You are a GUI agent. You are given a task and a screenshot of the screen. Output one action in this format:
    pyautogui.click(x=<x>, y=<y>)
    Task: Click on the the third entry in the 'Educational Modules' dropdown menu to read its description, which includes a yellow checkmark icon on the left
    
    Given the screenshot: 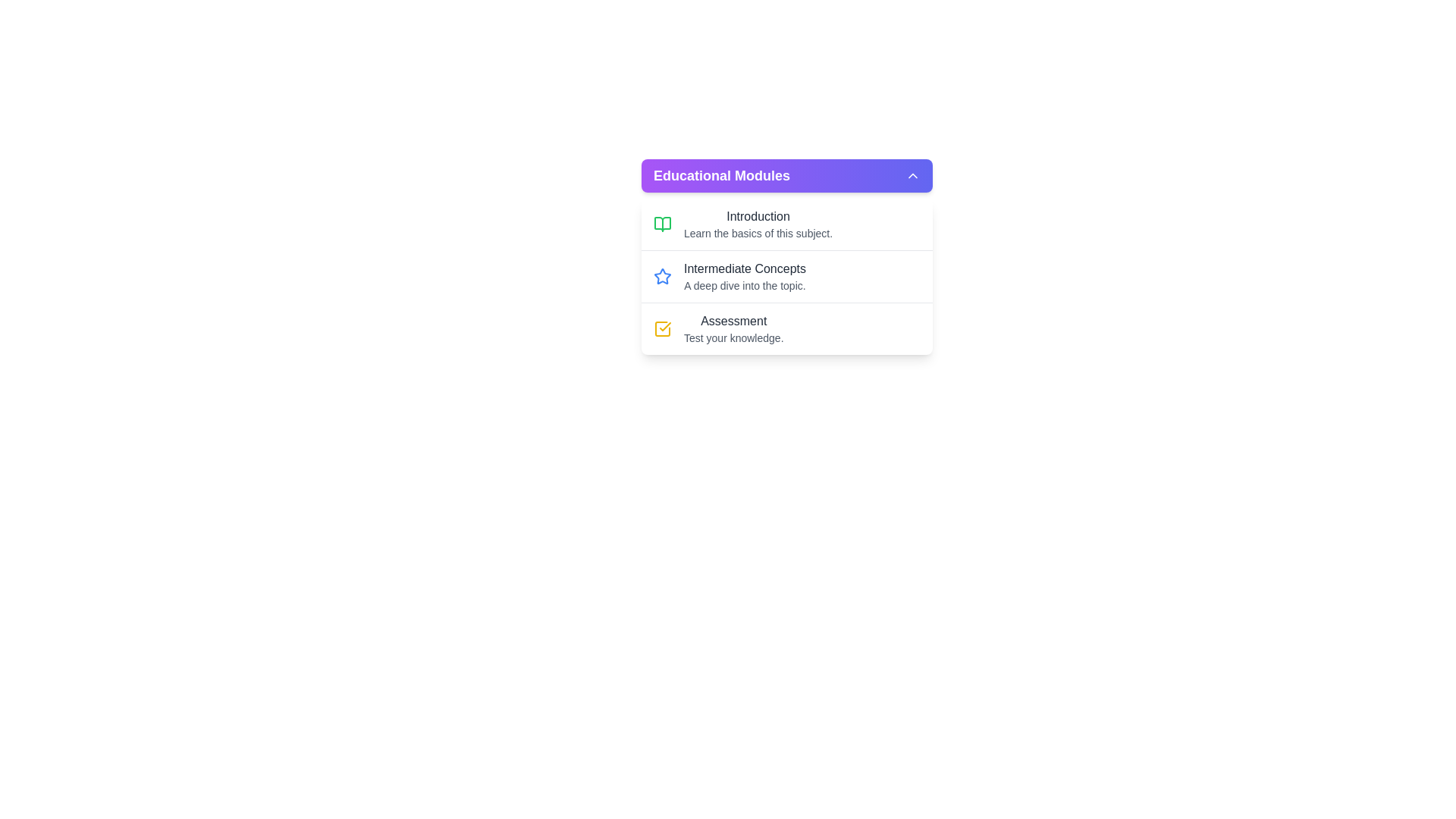 What is the action you would take?
    pyautogui.click(x=733, y=328)
    